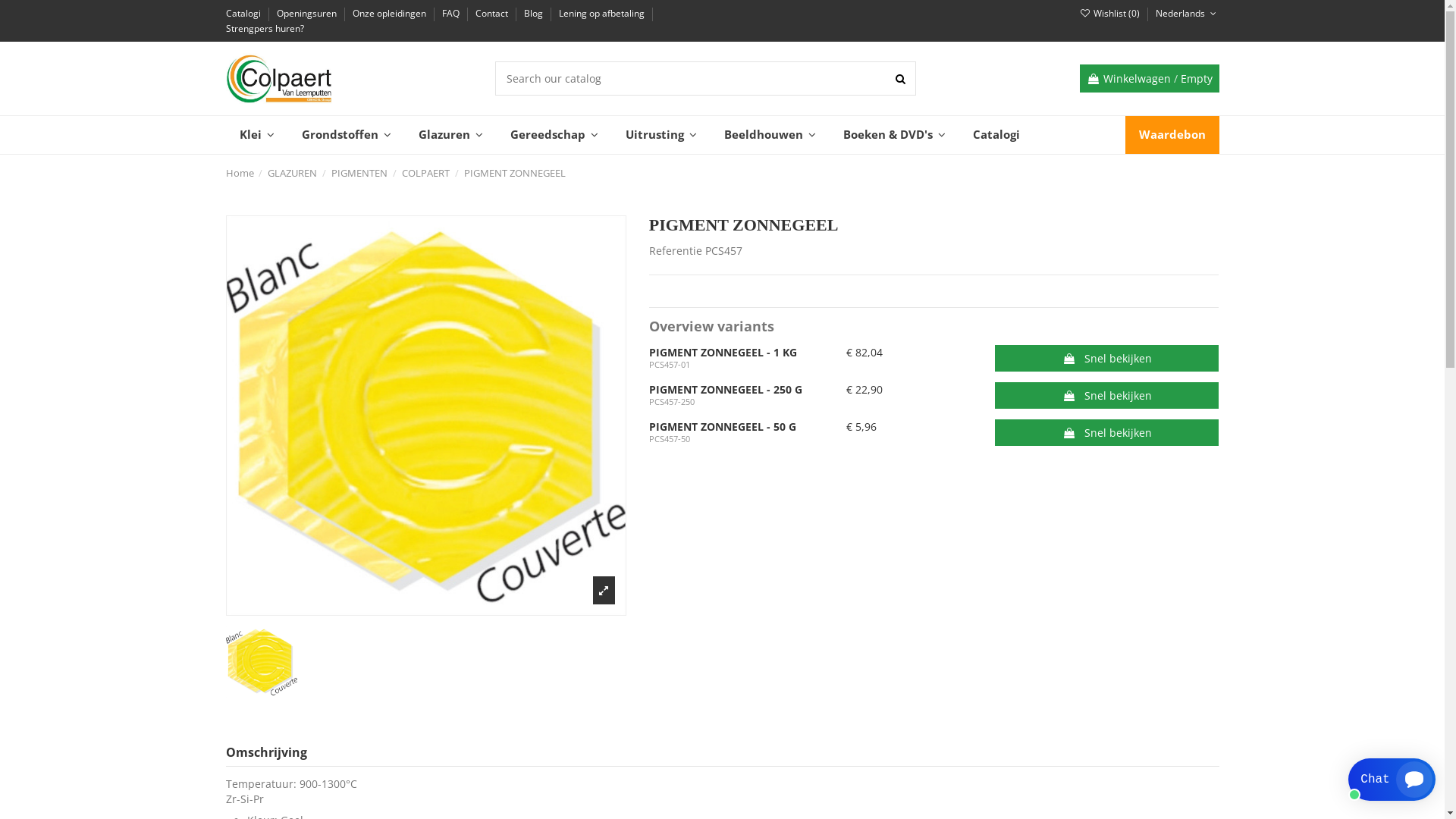 Image resolution: width=1456 pixels, height=819 pixels. What do you see at coordinates (1392, 780) in the screenshot?
I see `'Smartsupp widget button'` at bounding box center [1392, 780].